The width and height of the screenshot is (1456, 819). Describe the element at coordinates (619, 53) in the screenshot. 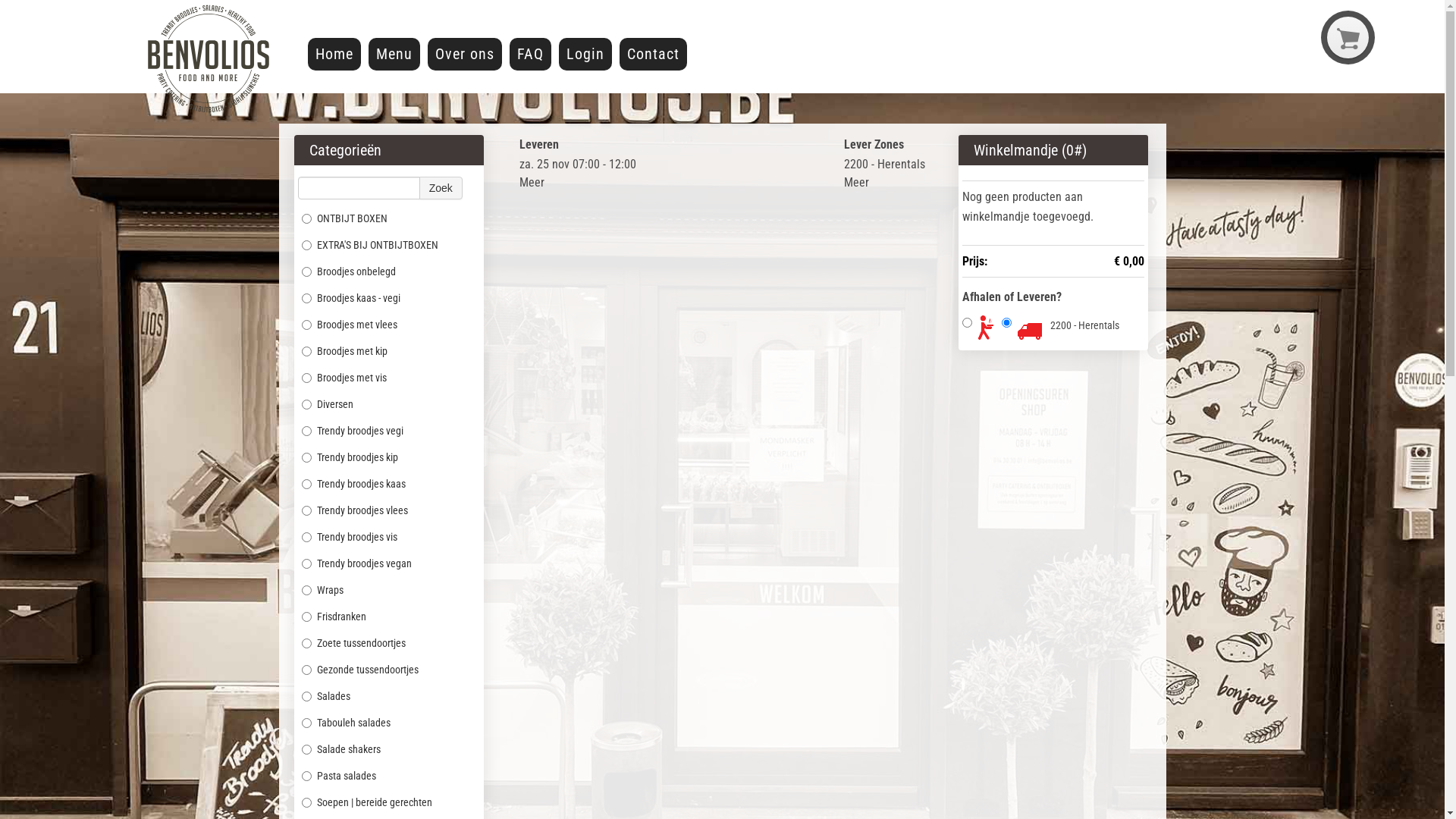

I see `'Contact'` at that location.